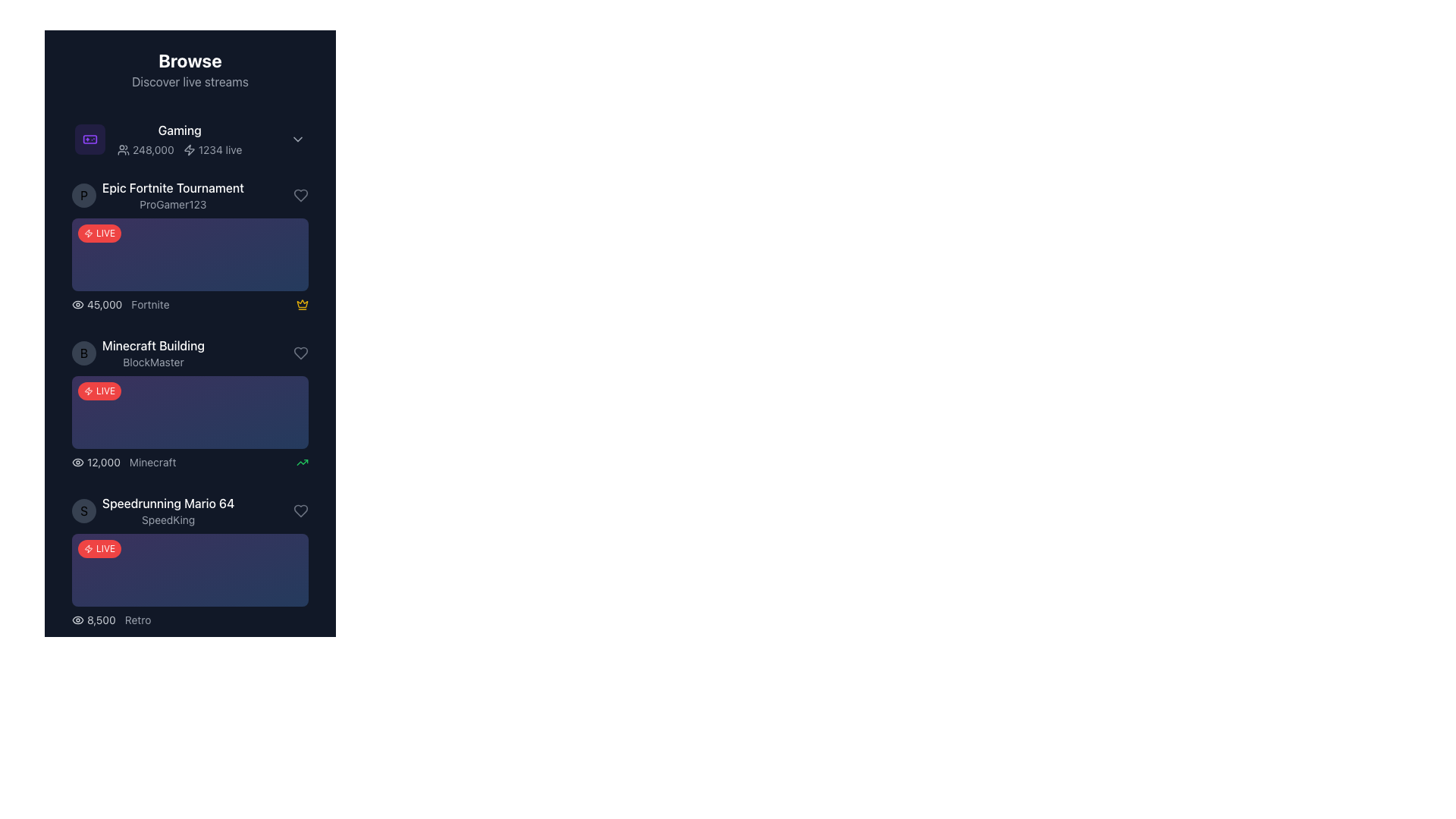 This screenshot has height=819, width=1456. Describe the element at coordinates (180, 140) in the screenshot. I see `the 'Gaming' category header Text block with icons` at that location.